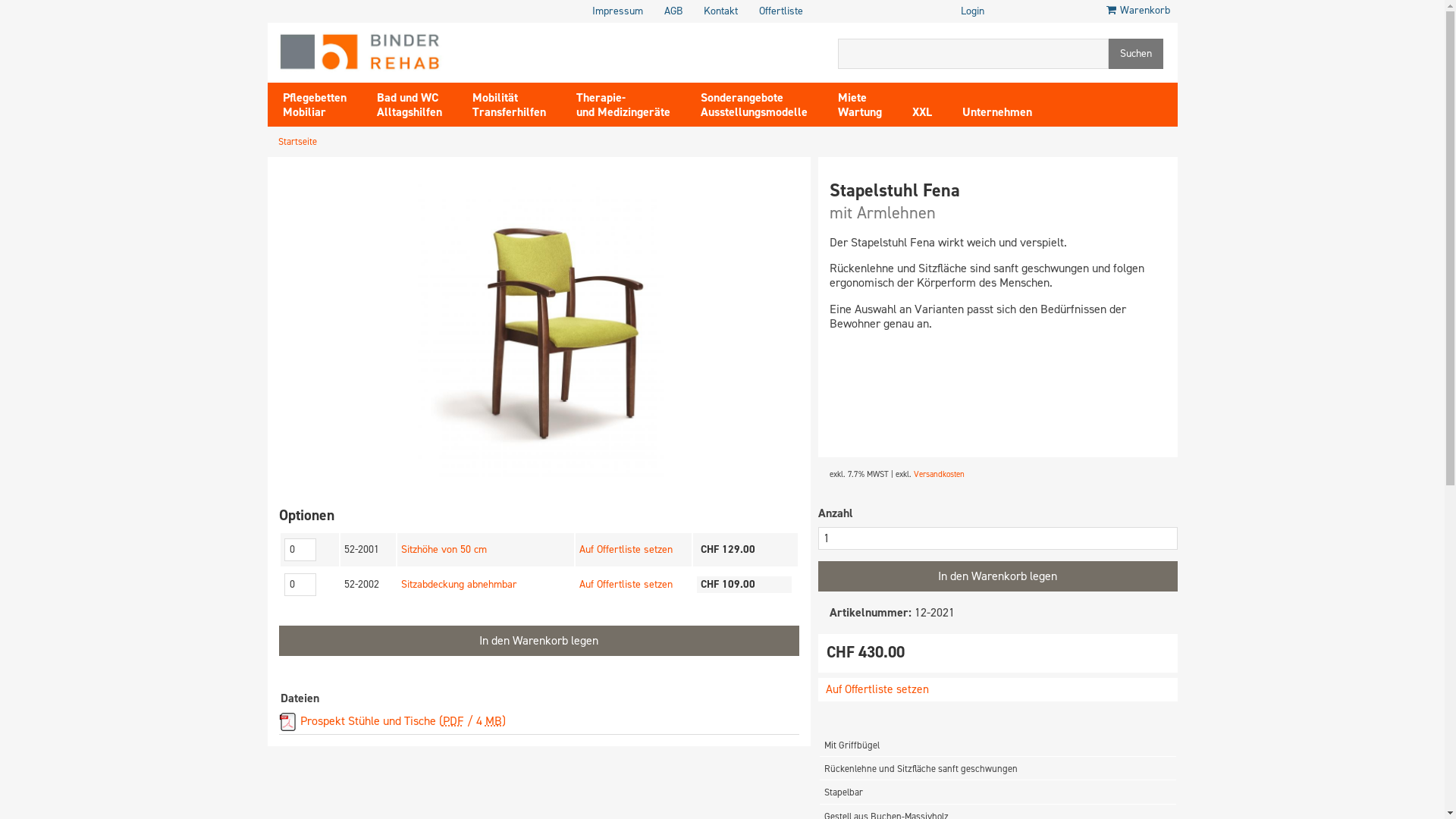 Image resolution: width=1456 pixels, height=819 pixels. What do you see at coordinates (996, 103) in the screenshot?
I see `'Unternehmen'` at bounding box center [996, 103].